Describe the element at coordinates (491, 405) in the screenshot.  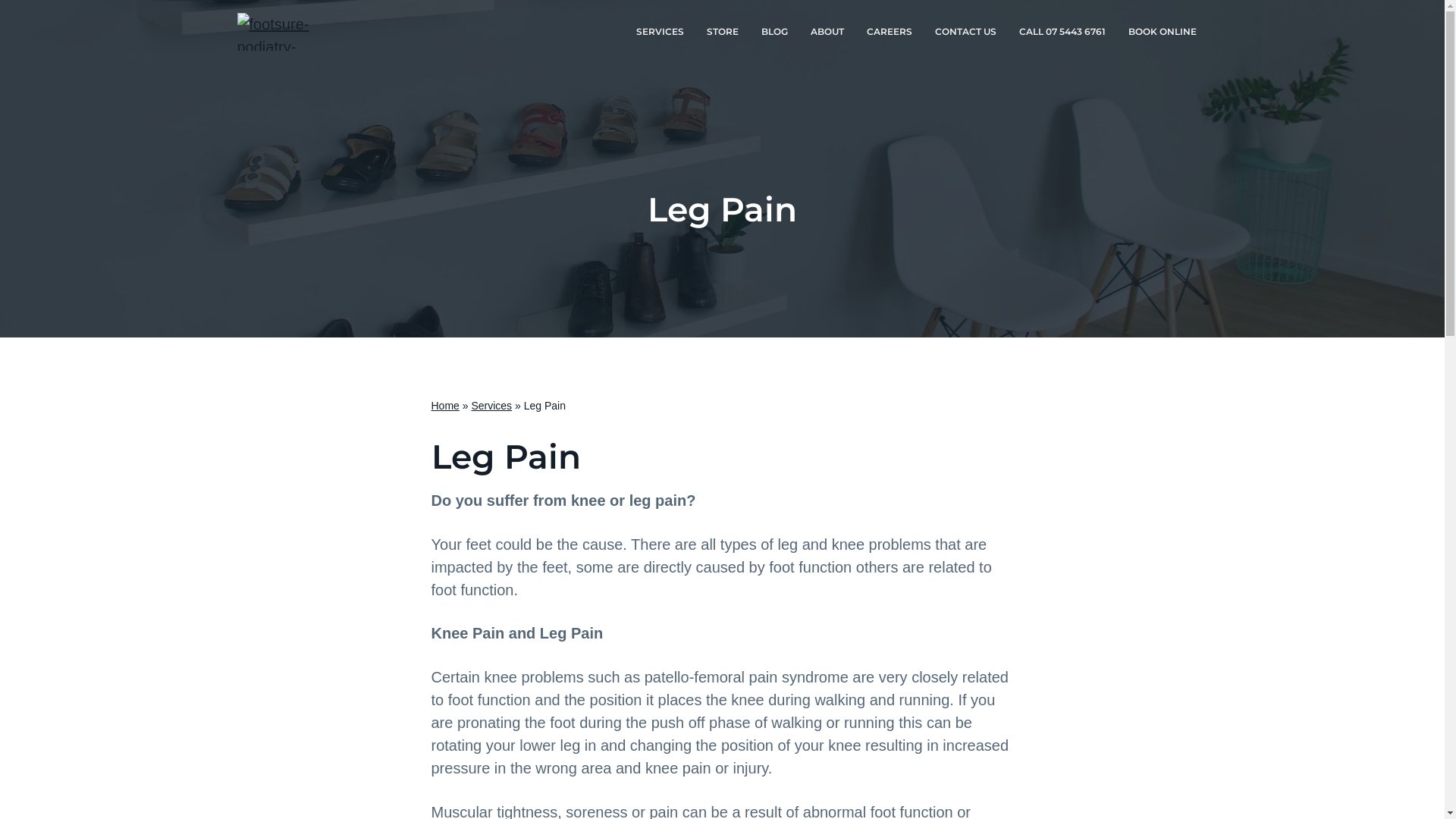
I see `'Services'` at that location.